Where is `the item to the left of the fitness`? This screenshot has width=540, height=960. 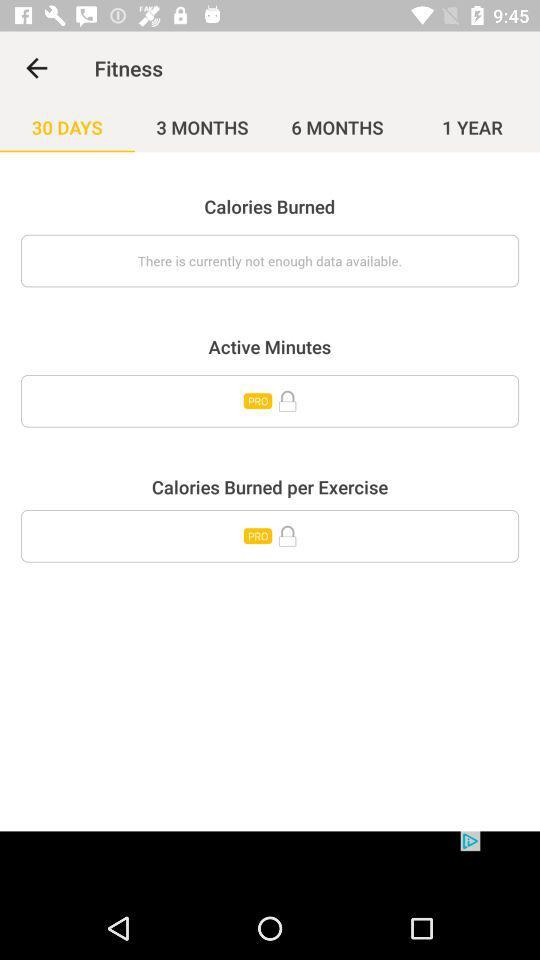
the item to the left of the fitness is located at coordinates (36, 68).